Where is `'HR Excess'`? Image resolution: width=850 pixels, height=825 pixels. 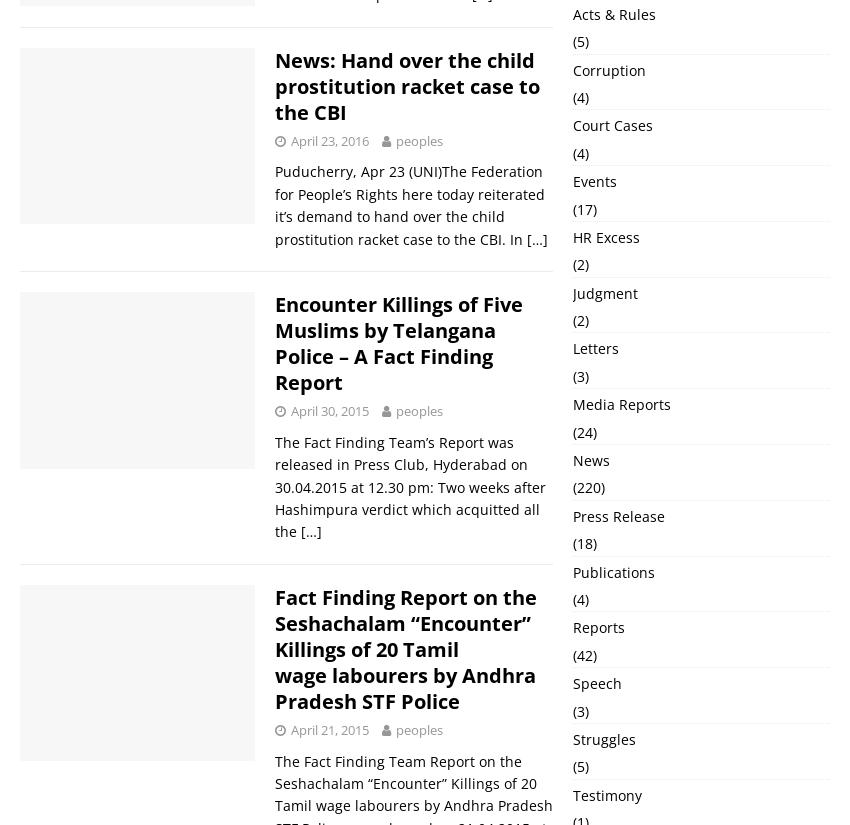
'HR Excess' is located at coordinates (605, 236).